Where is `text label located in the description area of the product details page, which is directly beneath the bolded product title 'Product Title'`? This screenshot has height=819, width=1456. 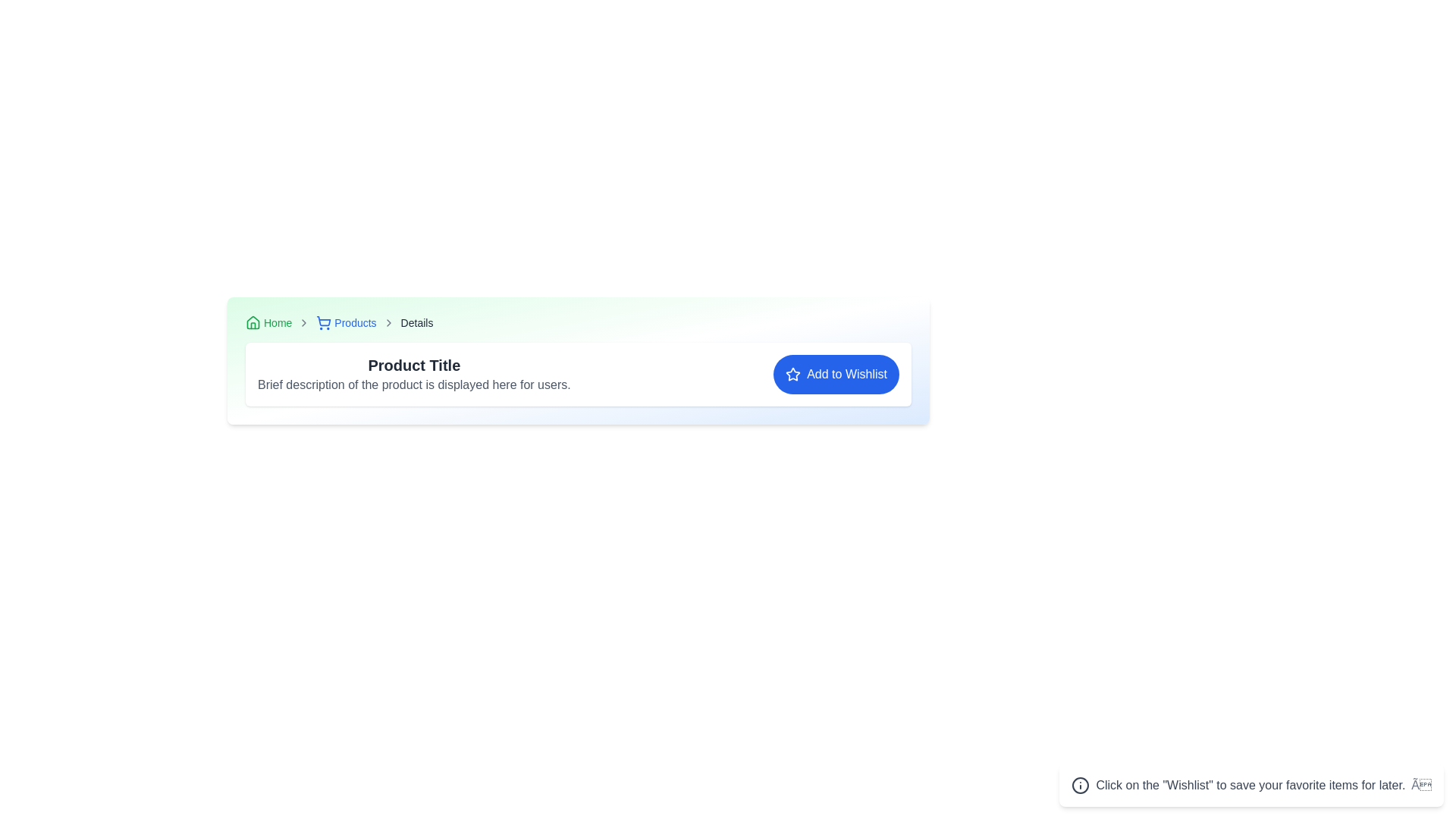
text label located in the description area of the product details page, which is directly beneath the bolded product title 'Product Title' is located at coordinates (414, 384).